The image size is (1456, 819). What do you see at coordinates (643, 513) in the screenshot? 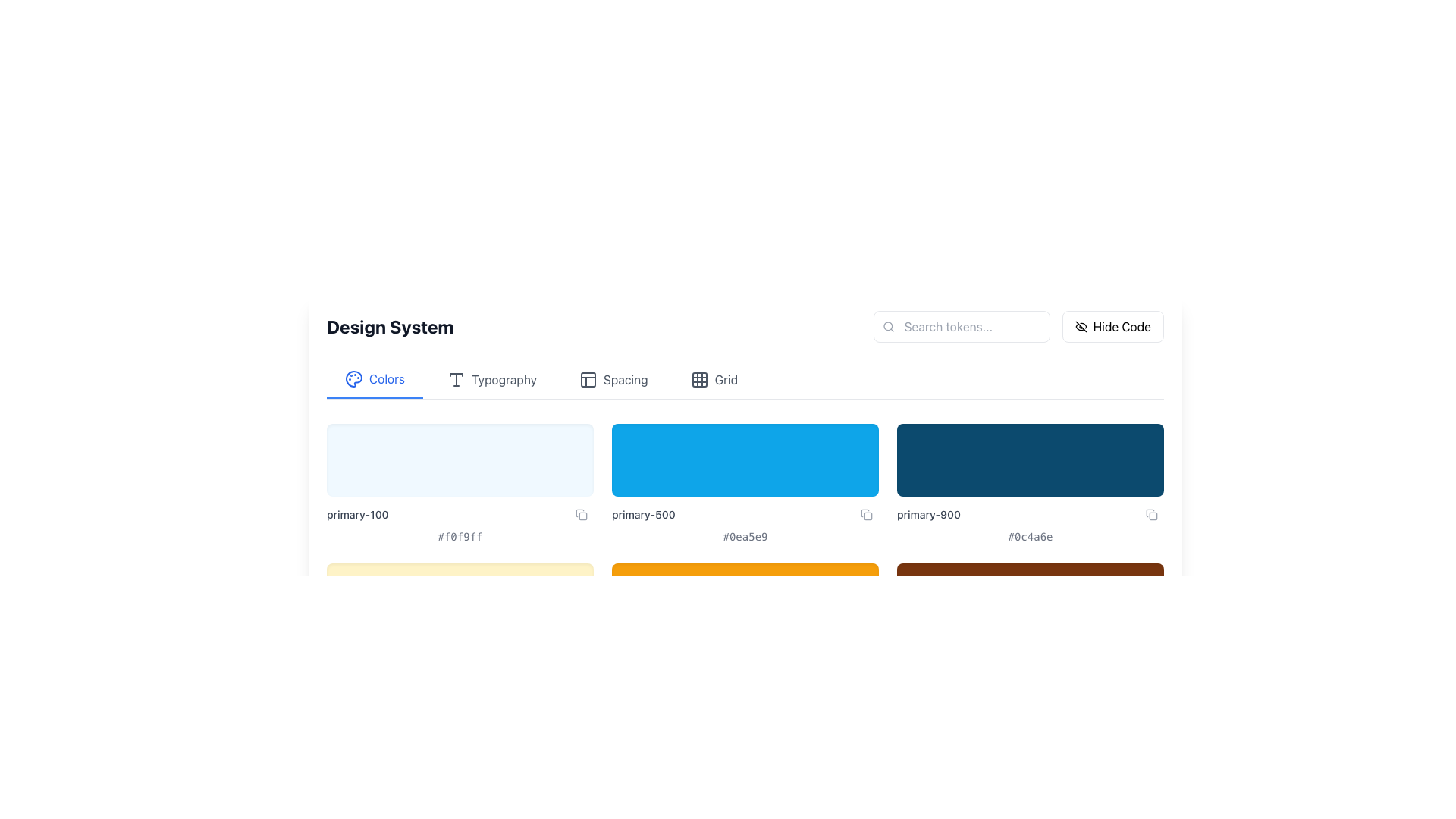
I see `the text label 'primary-500' that describes the color variant in the Design System section, located beside a bright blue box and to the left of an interactive copy button` at bounding box center [643, 513].